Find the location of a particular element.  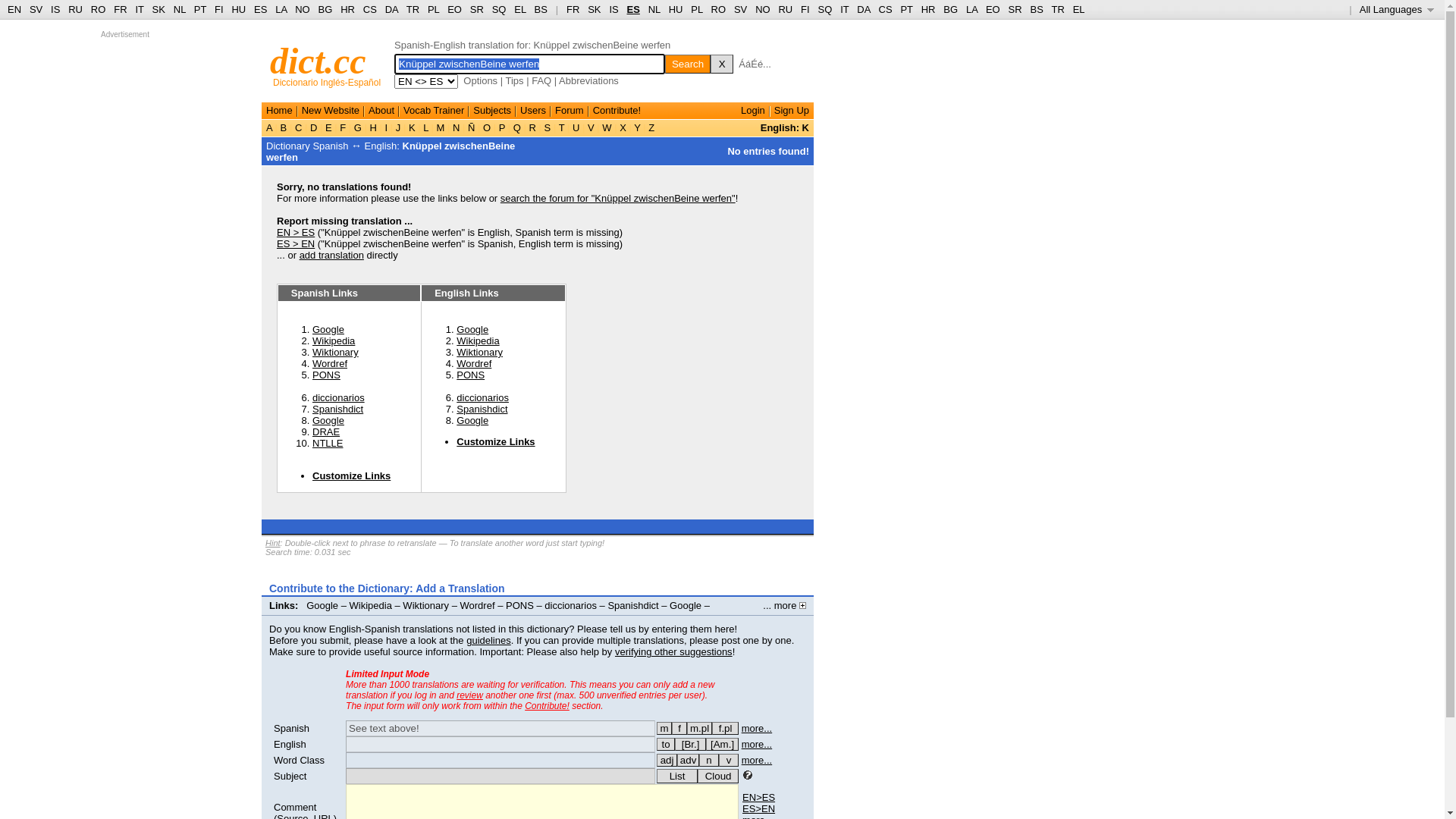

'FI' is located at coordinates (804, 9).